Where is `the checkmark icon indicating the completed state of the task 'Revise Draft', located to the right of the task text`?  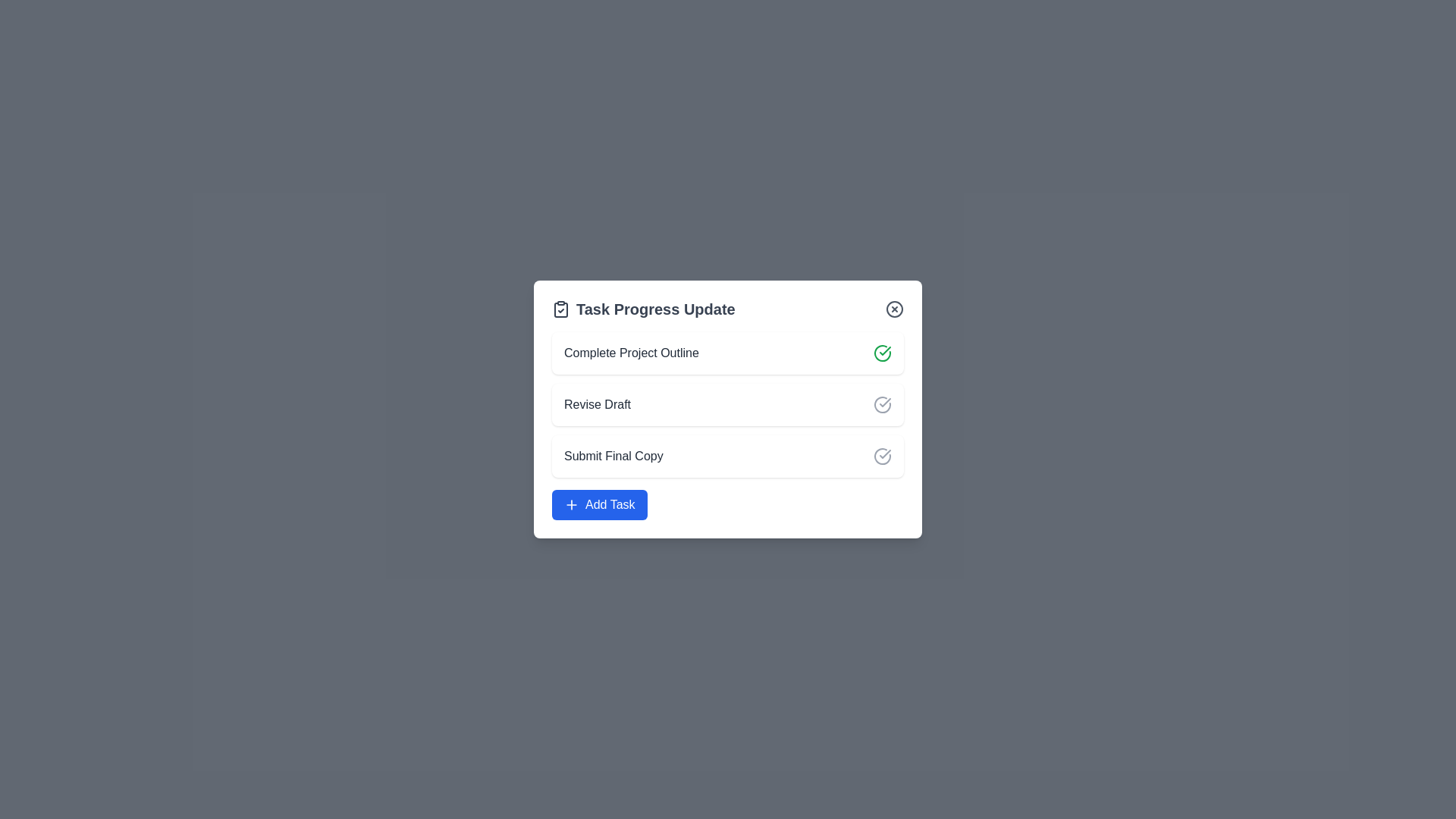
the checkmark icon indicating the completed state of the task 'Revise Draft', located to the right of the task text is located at coordinates (885, 402).